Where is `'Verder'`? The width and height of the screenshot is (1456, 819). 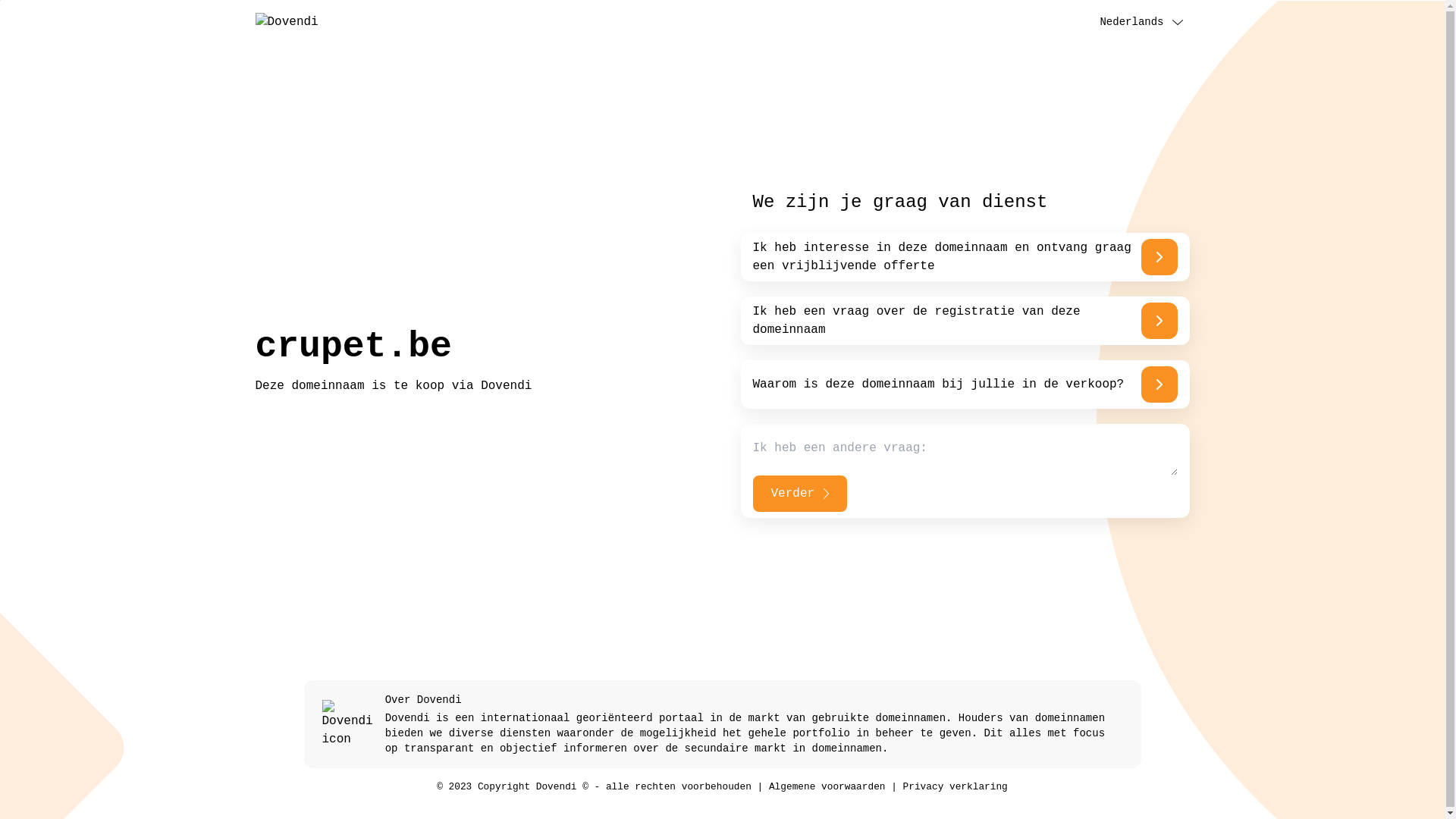 'Verder' is located at coordinates (799, 494).